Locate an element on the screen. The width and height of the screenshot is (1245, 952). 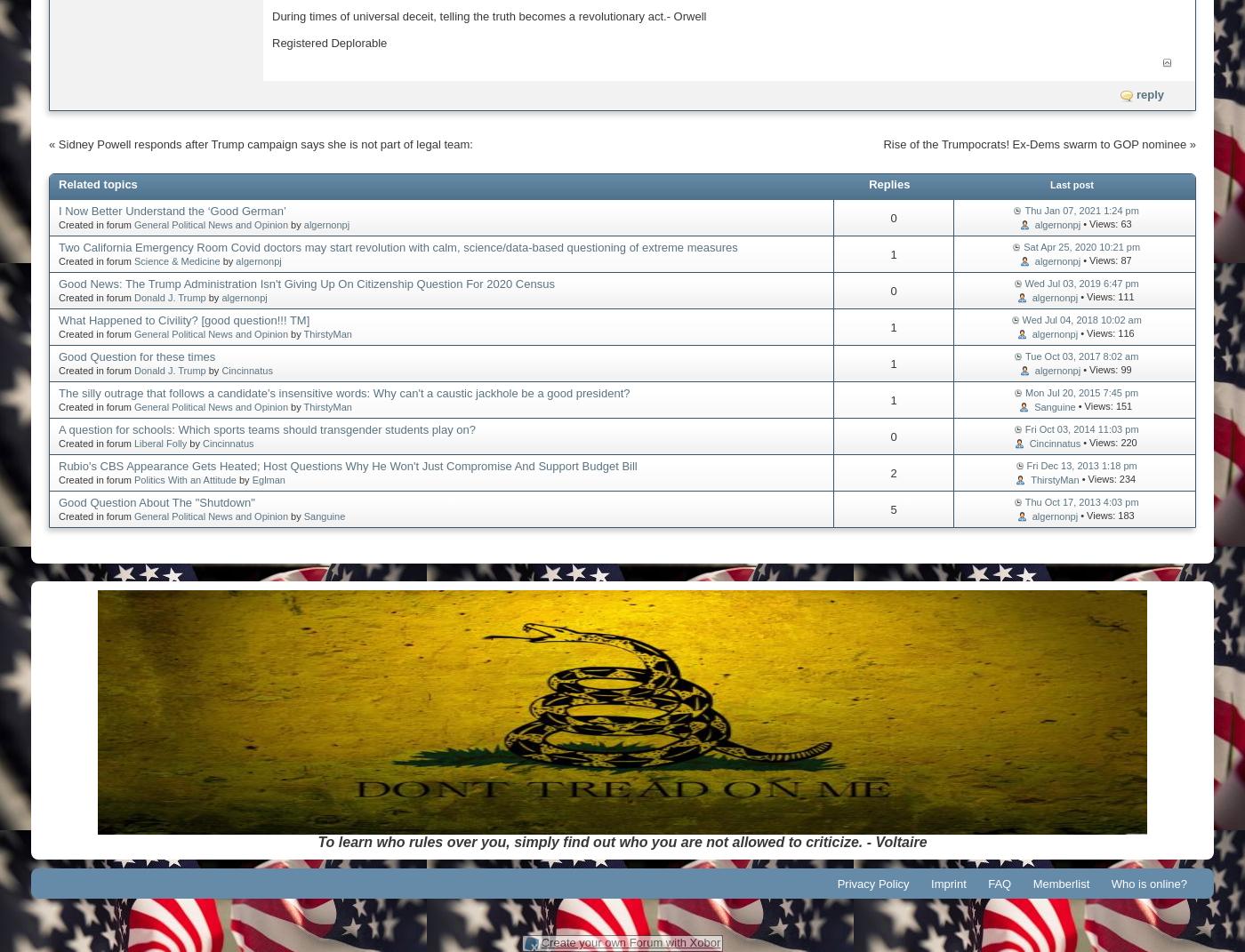
'Last post' is located at coordinates (1071, 183).